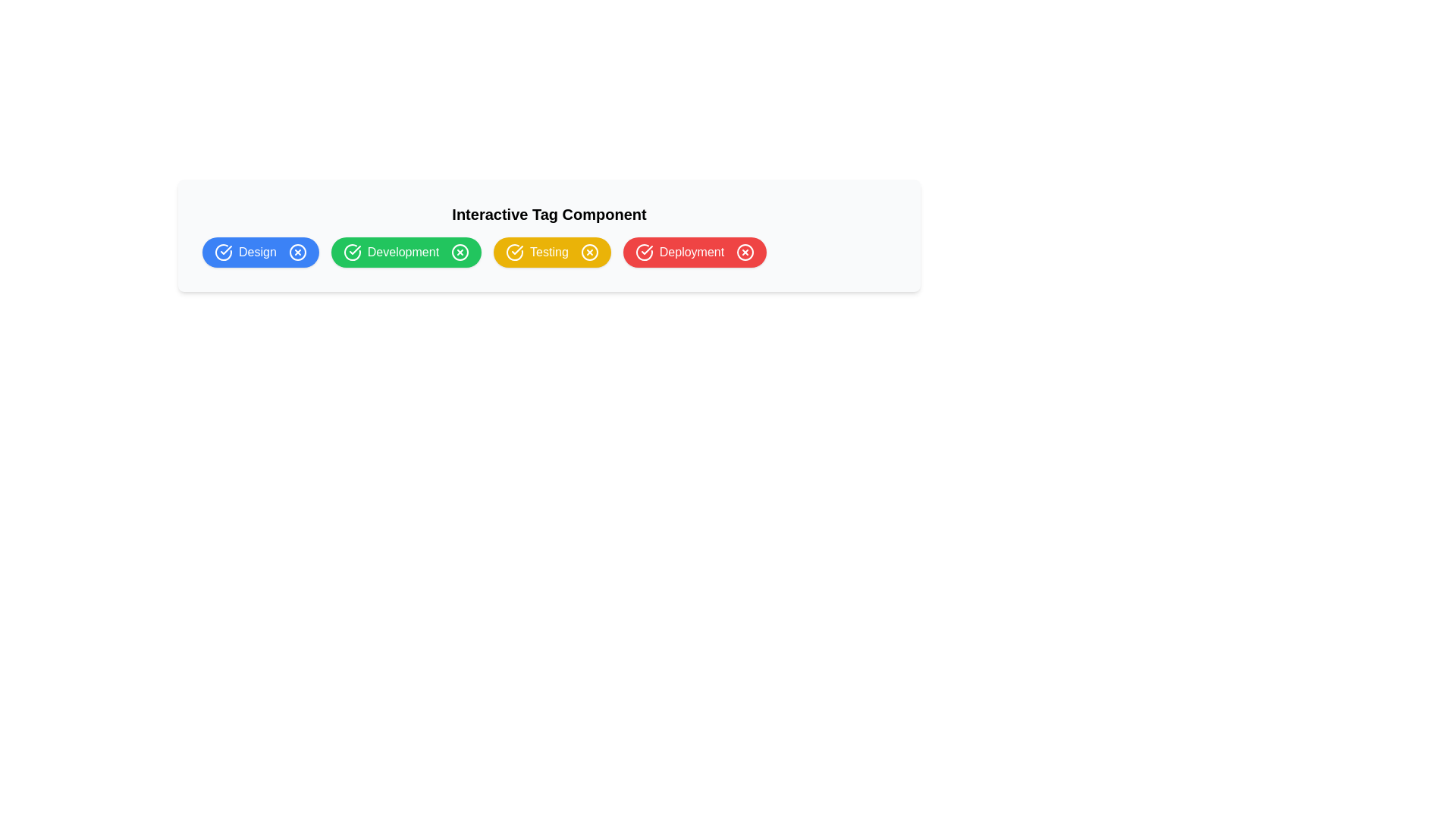 The height and width of the screenshot is (819, 1456). I want to click on the Close button, which is a small circular button with a white 'X' icon on a green background, located to the right of the 'Development' text, so click(460, 251).